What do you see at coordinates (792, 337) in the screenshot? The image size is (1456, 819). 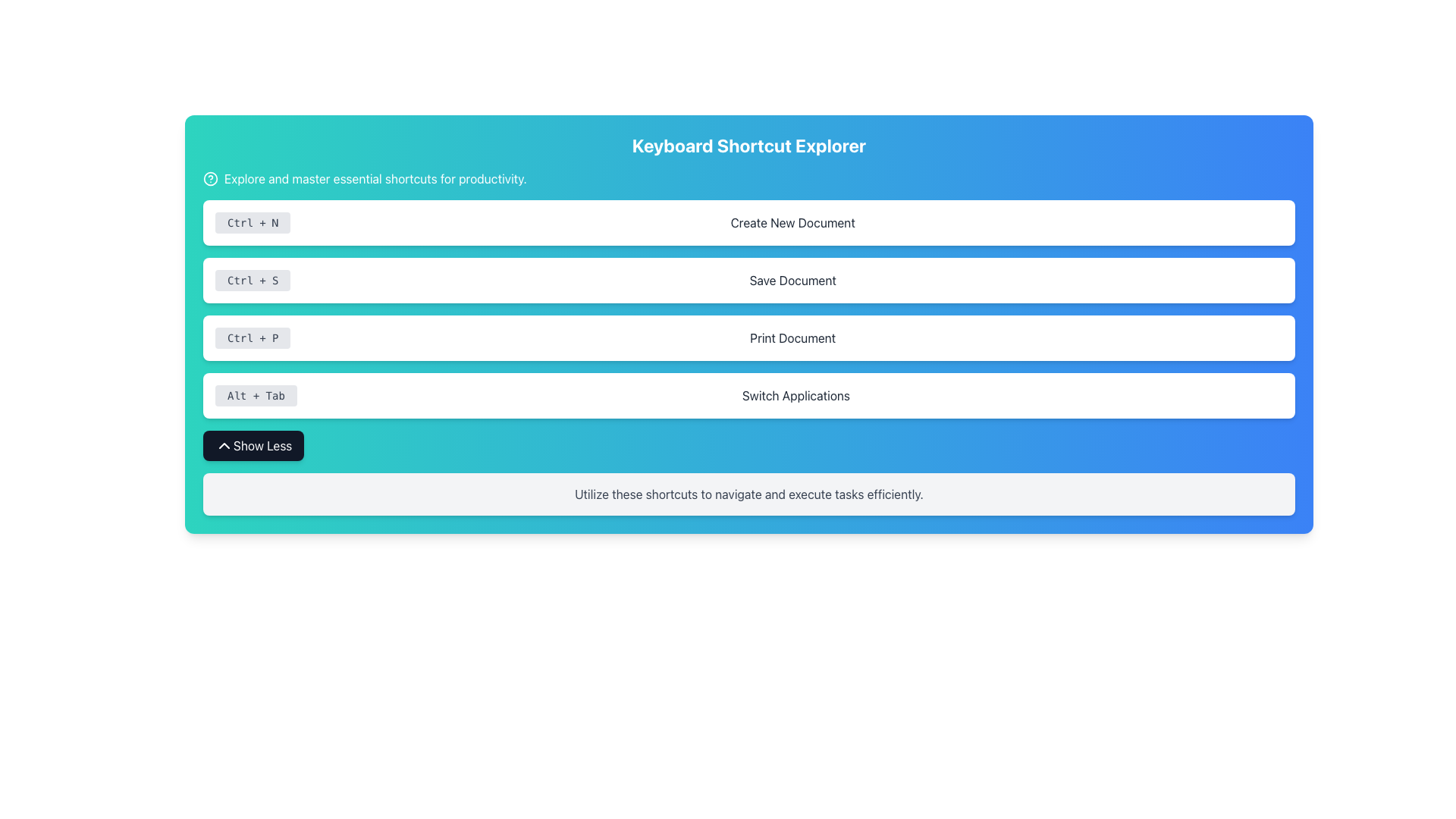 I see `the descriptive Text Label explaining the functionality tied to the shortcut 'Ctrl + P'` at bounding box center [792, 337].